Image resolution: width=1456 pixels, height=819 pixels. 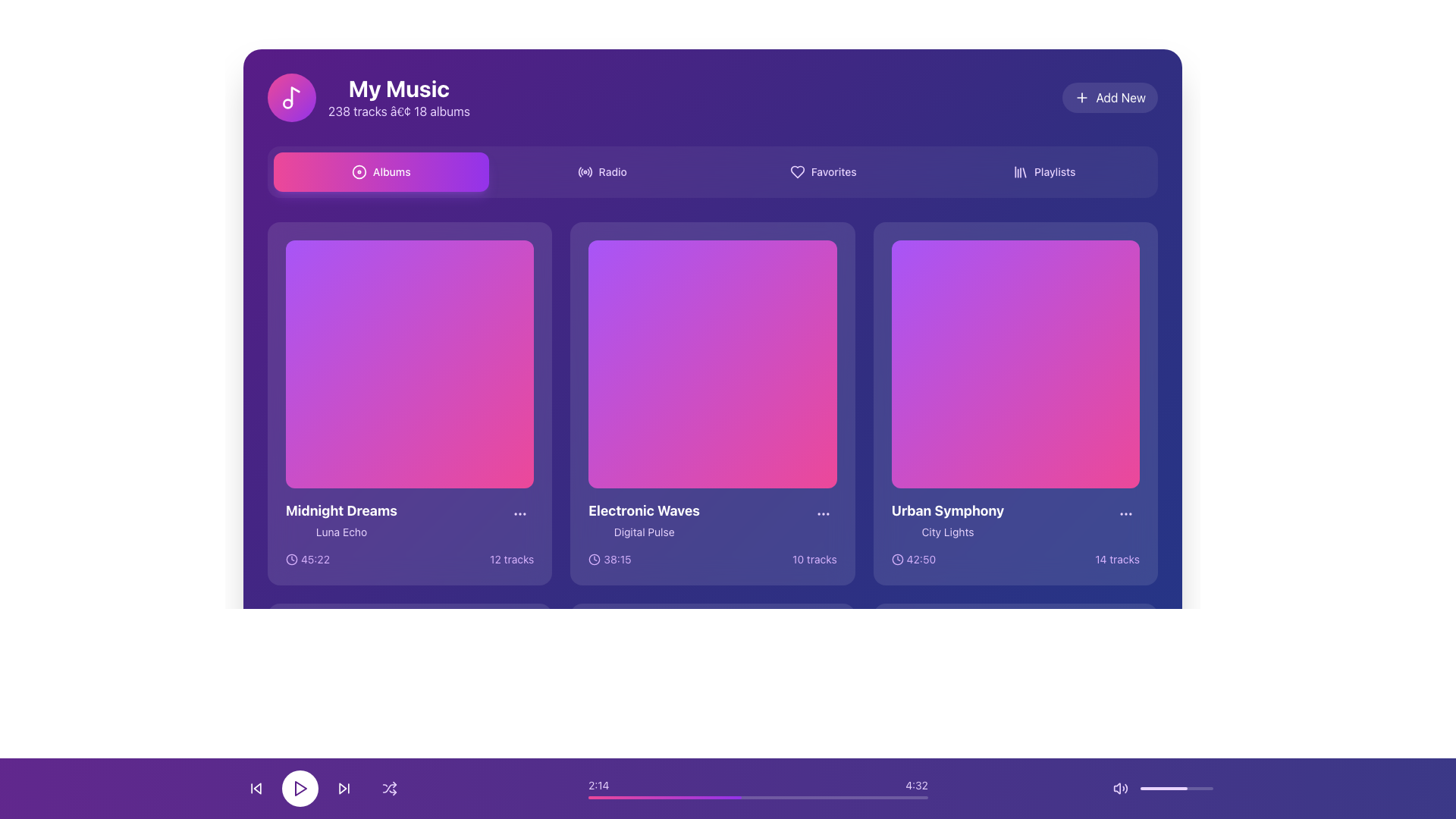 What do you see at coordinates (1171, 788) in the screenshot?
I see `volume` at bounding box center [1171, 788].